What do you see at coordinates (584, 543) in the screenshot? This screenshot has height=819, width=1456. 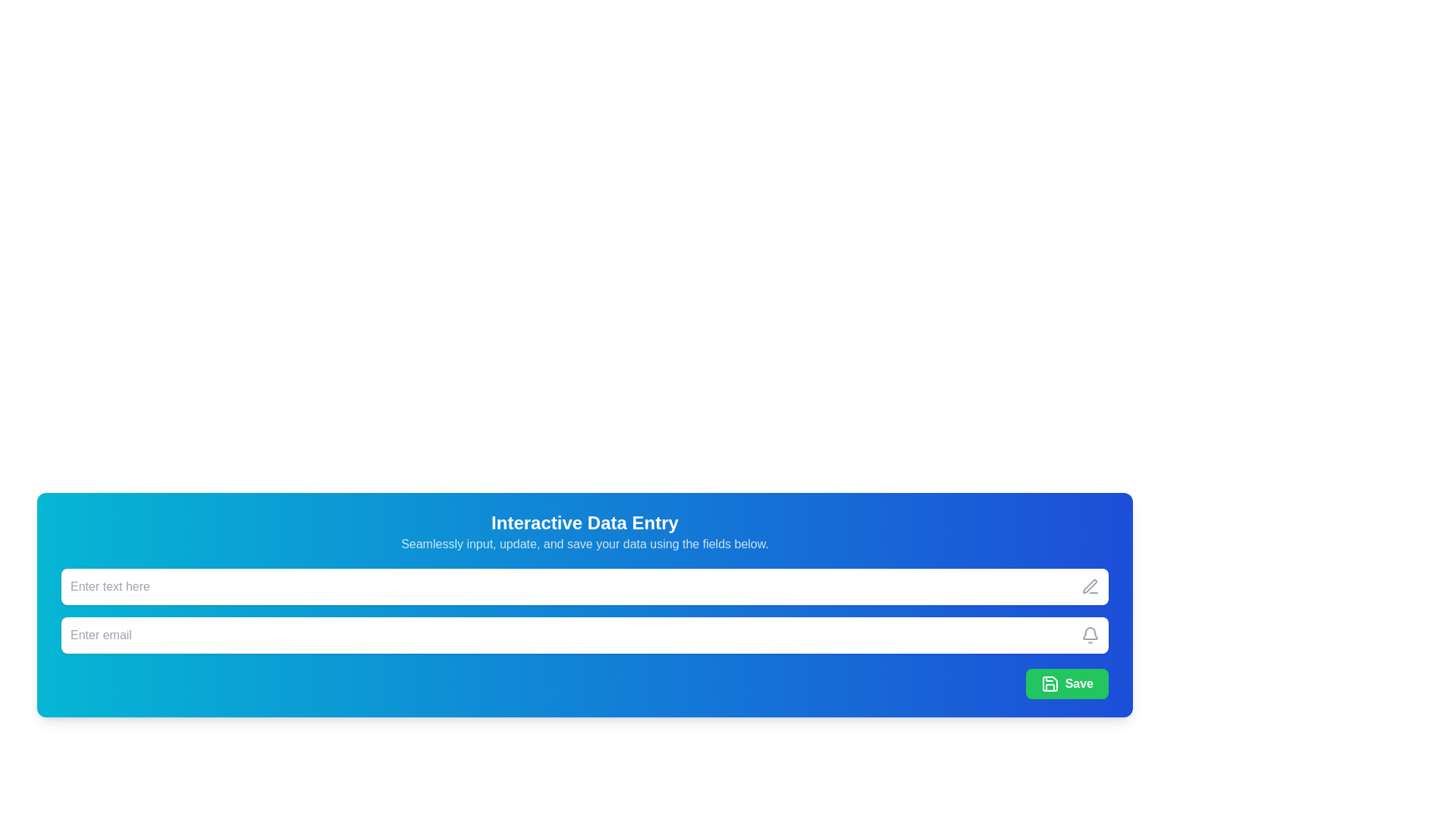 I see `the static text element that contains the sentence 'Seamlessly input, update, and save your data using the fields below.' which is located below the header 'Interactive Data Entry' and above the form input fields` at bounding box center [584, 543].